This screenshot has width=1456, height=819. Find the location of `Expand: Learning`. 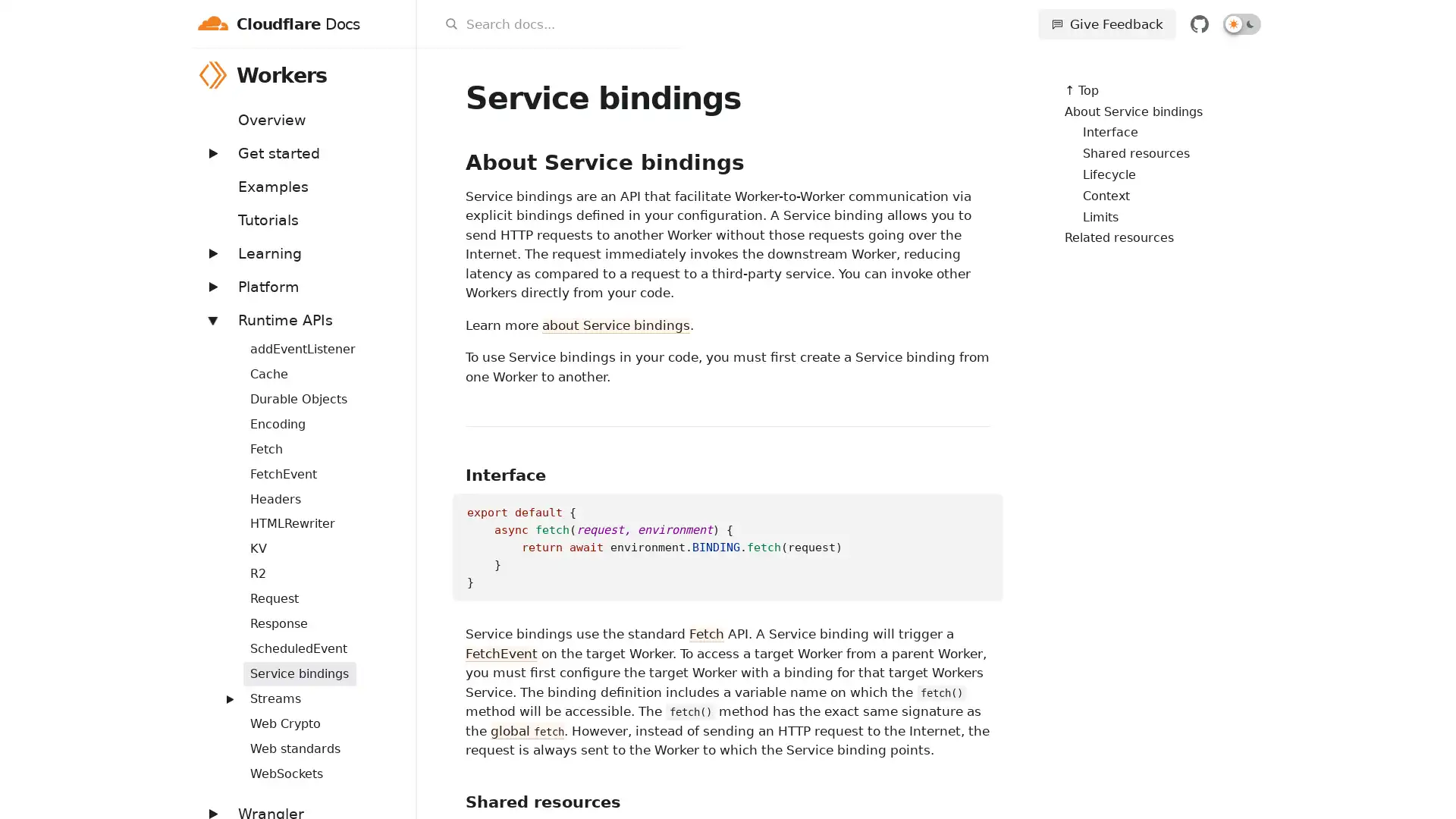

Expand: Learning is located at coordinates (211, 252).